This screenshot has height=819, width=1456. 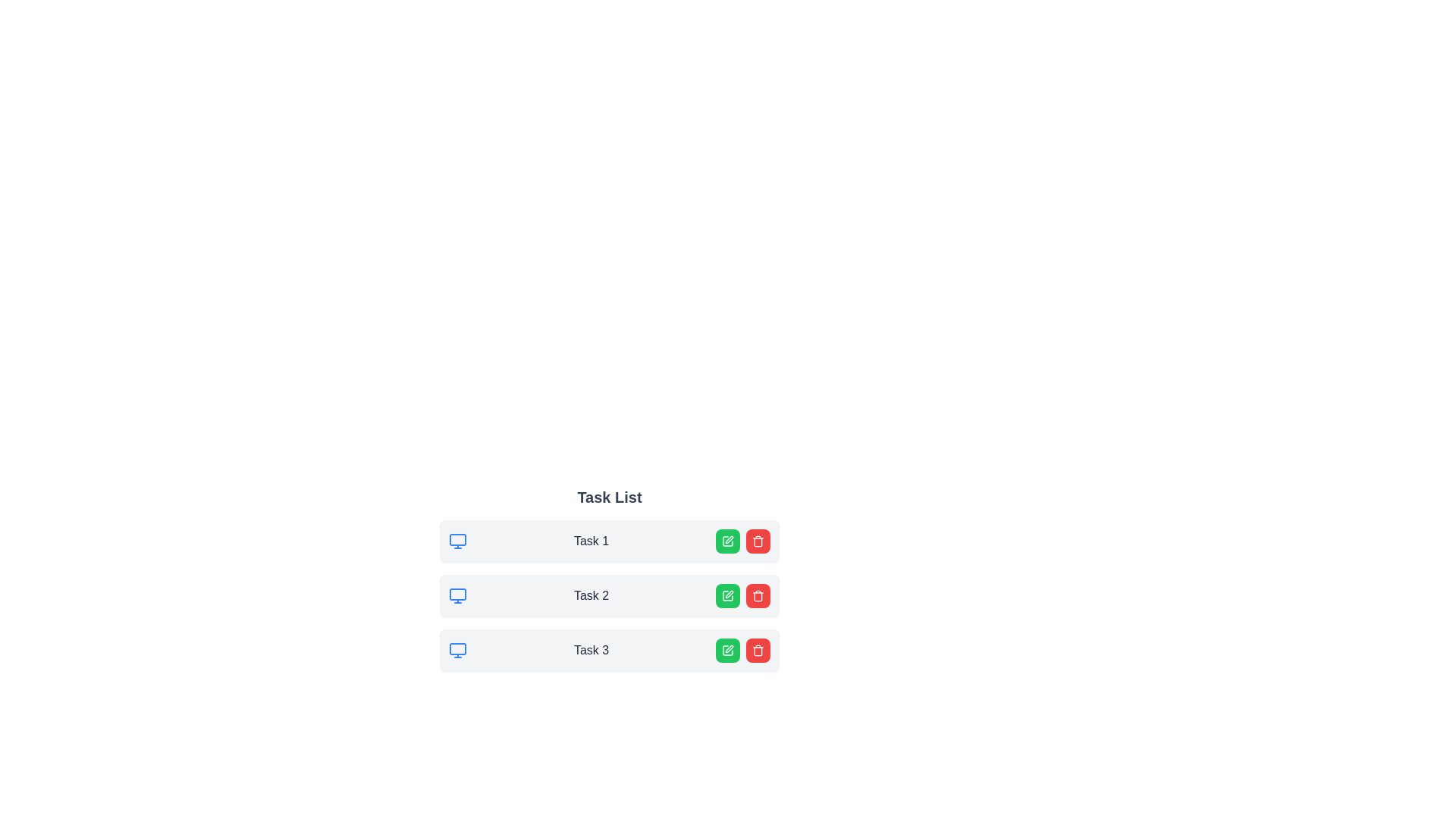 What do you see at coordinates (590, 595) in the screenshot?
I see `the text label displaying 'Task 2' which is located in the second row of the task list, centered horizontally between 'Task 1' and 'Task 3'` at bounding box center [590, 595].